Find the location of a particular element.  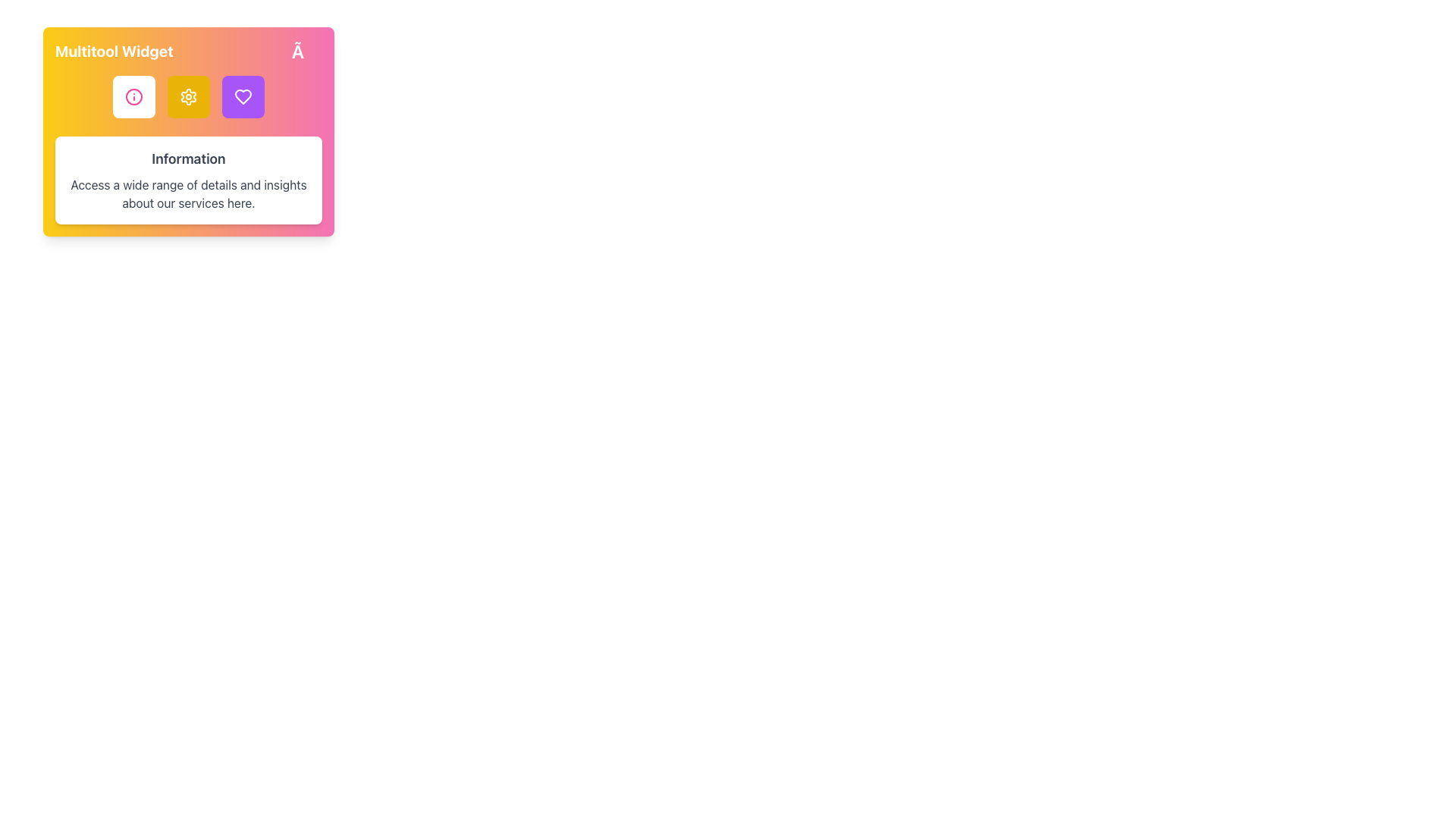

the yellow settings button with a gear icon is located at coordinates (188, 96).